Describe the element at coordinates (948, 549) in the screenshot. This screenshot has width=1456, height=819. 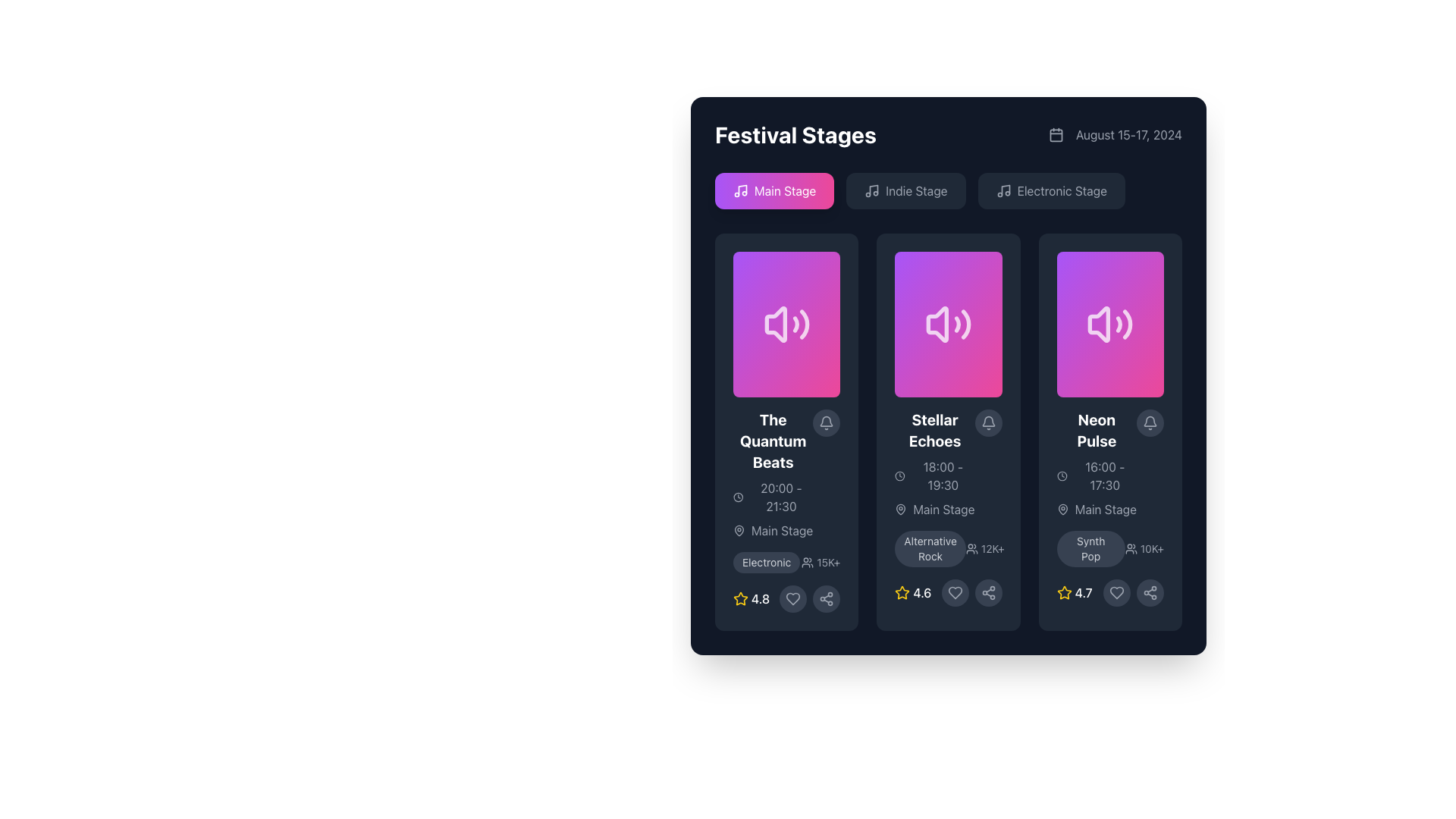
I see `the text label indicating the music genre in the 'Stellar Echoes' card, located below '18:00 - 19:30' and 'Main Stage'` at that location.